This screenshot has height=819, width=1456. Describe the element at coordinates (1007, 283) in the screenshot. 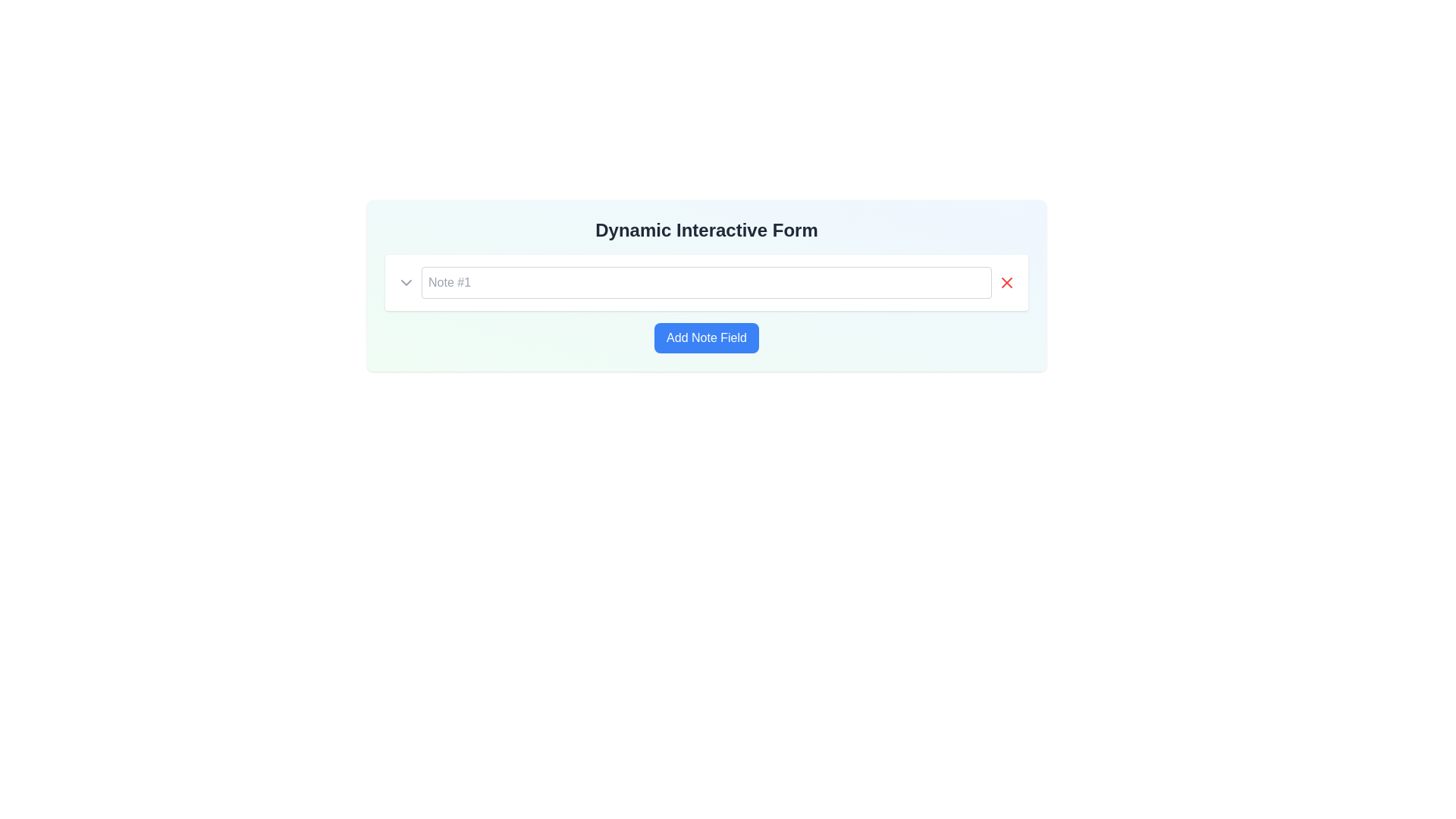

I see `the red 'X' button, styled as a circular button, located at the far right of the text input box with placeholder text 'Note #1'` at that location.